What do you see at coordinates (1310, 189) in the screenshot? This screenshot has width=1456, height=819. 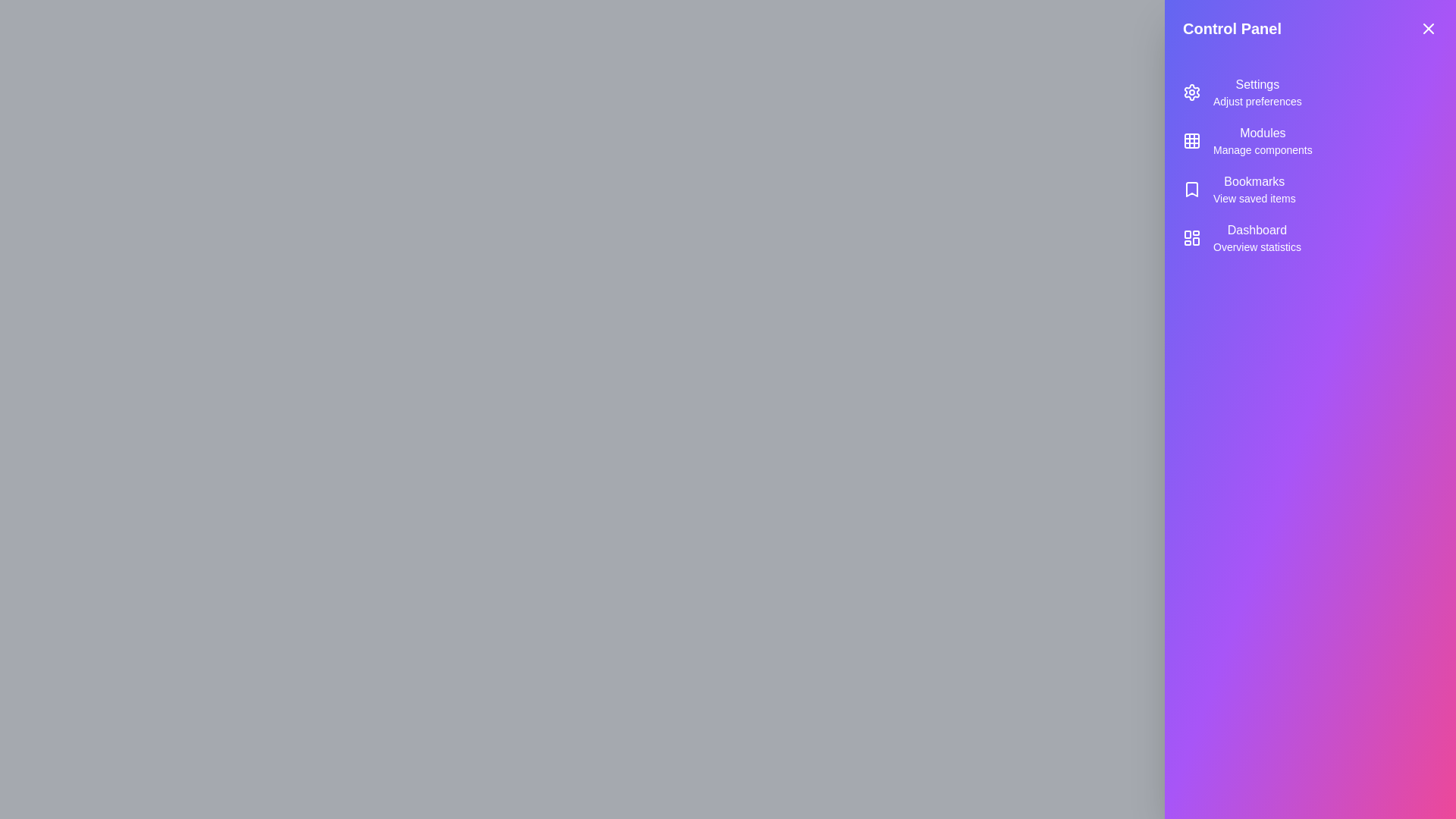 I see `the third item in the sidebar menu, which provides access to bookmarked or saved items` at bounding box center [1310, 189].